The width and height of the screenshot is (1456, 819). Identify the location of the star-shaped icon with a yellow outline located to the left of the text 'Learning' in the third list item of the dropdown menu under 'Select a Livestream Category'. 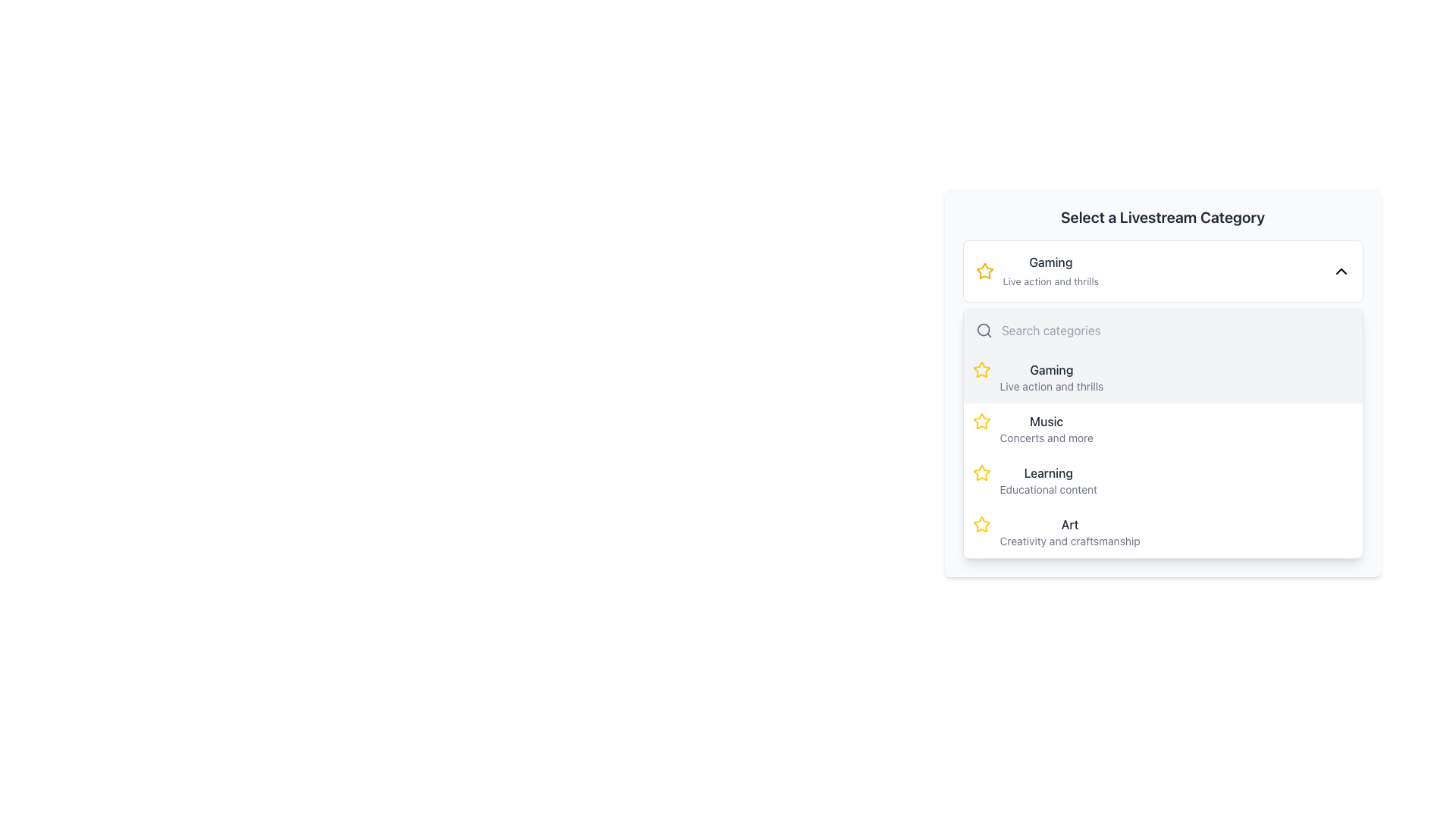
(981, 472).